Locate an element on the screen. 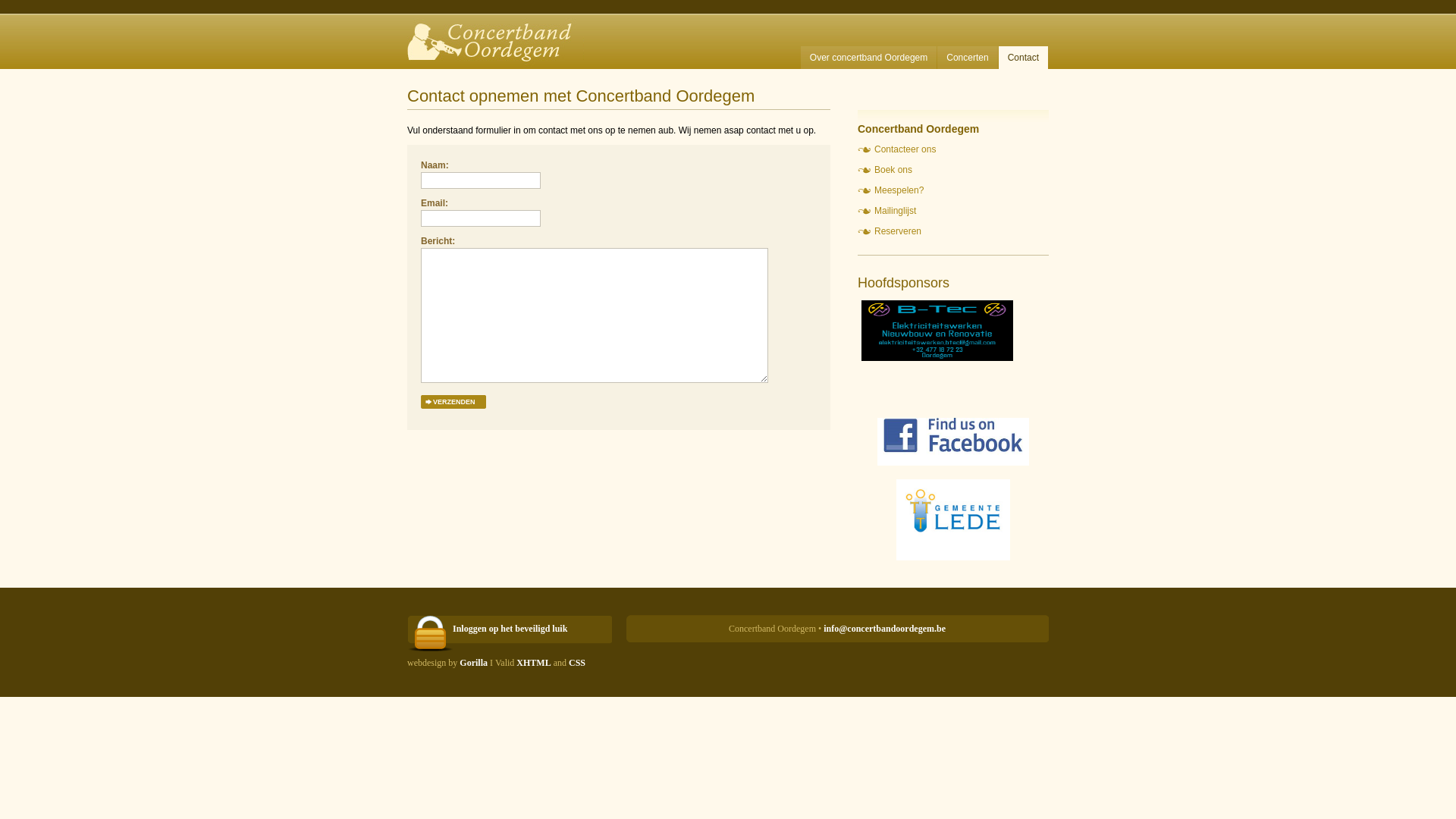 This screenshot has width=1456, height=819. 'XHTML' is located at coordinates (516, 662).